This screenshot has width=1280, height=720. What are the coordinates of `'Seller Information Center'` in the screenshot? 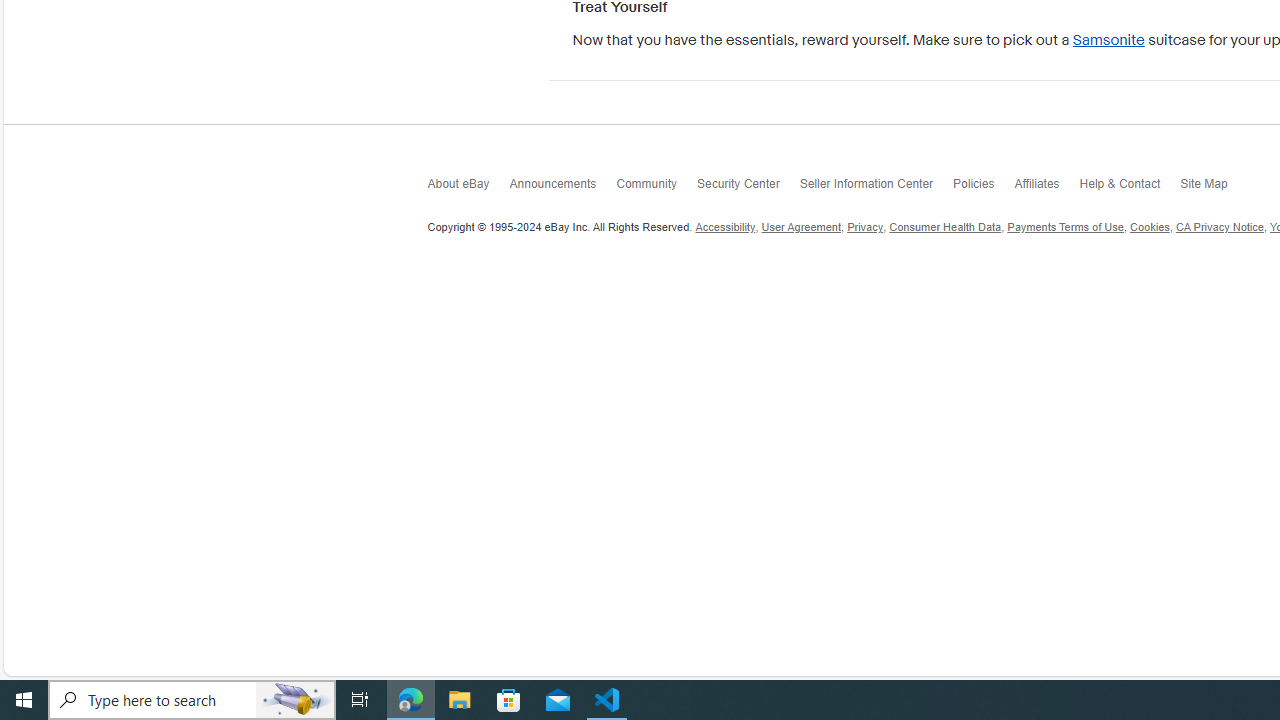 It's located at (876, 189).